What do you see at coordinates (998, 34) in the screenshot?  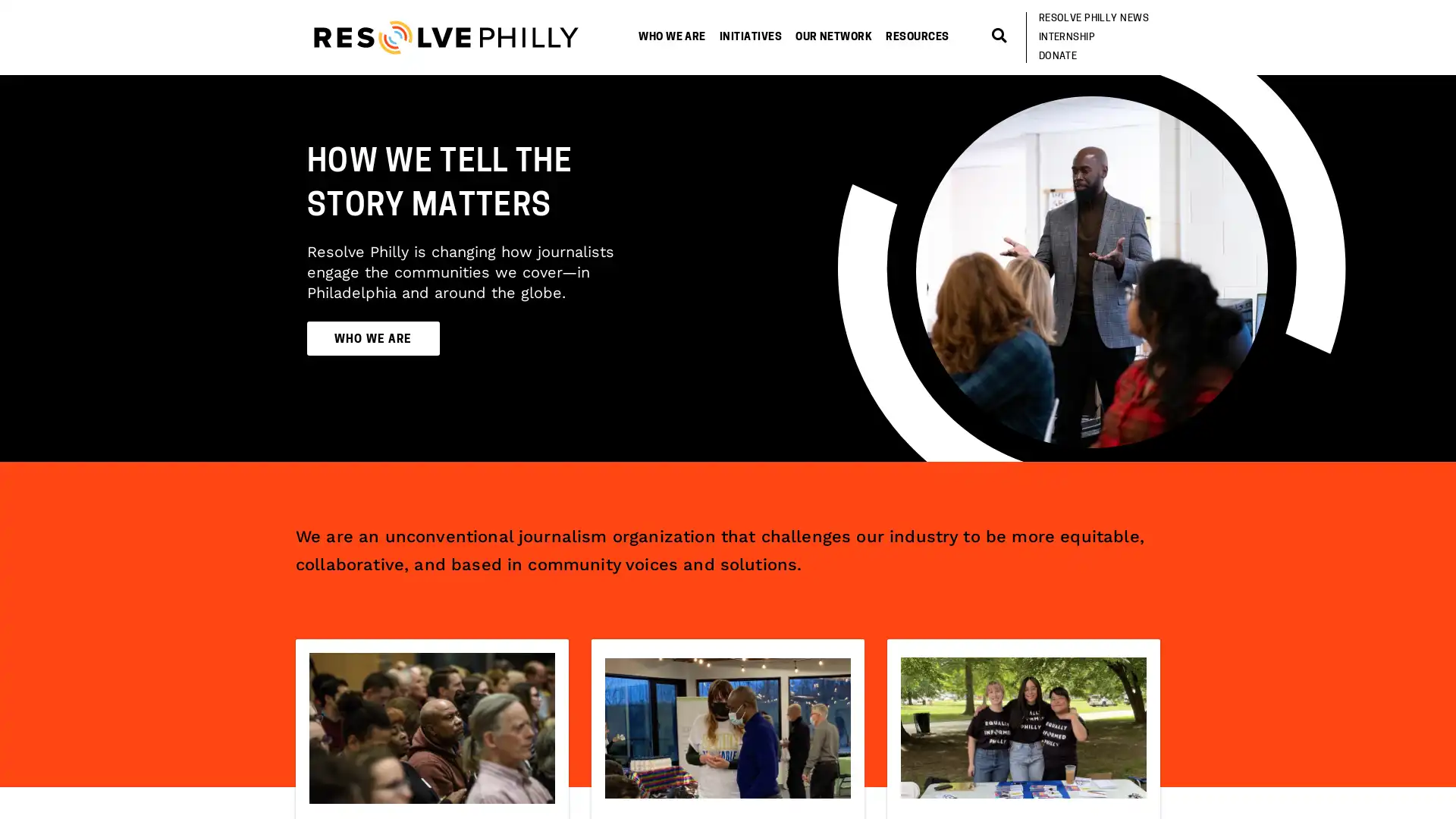 I see `Toggle search` at bounding box center [998, 34].